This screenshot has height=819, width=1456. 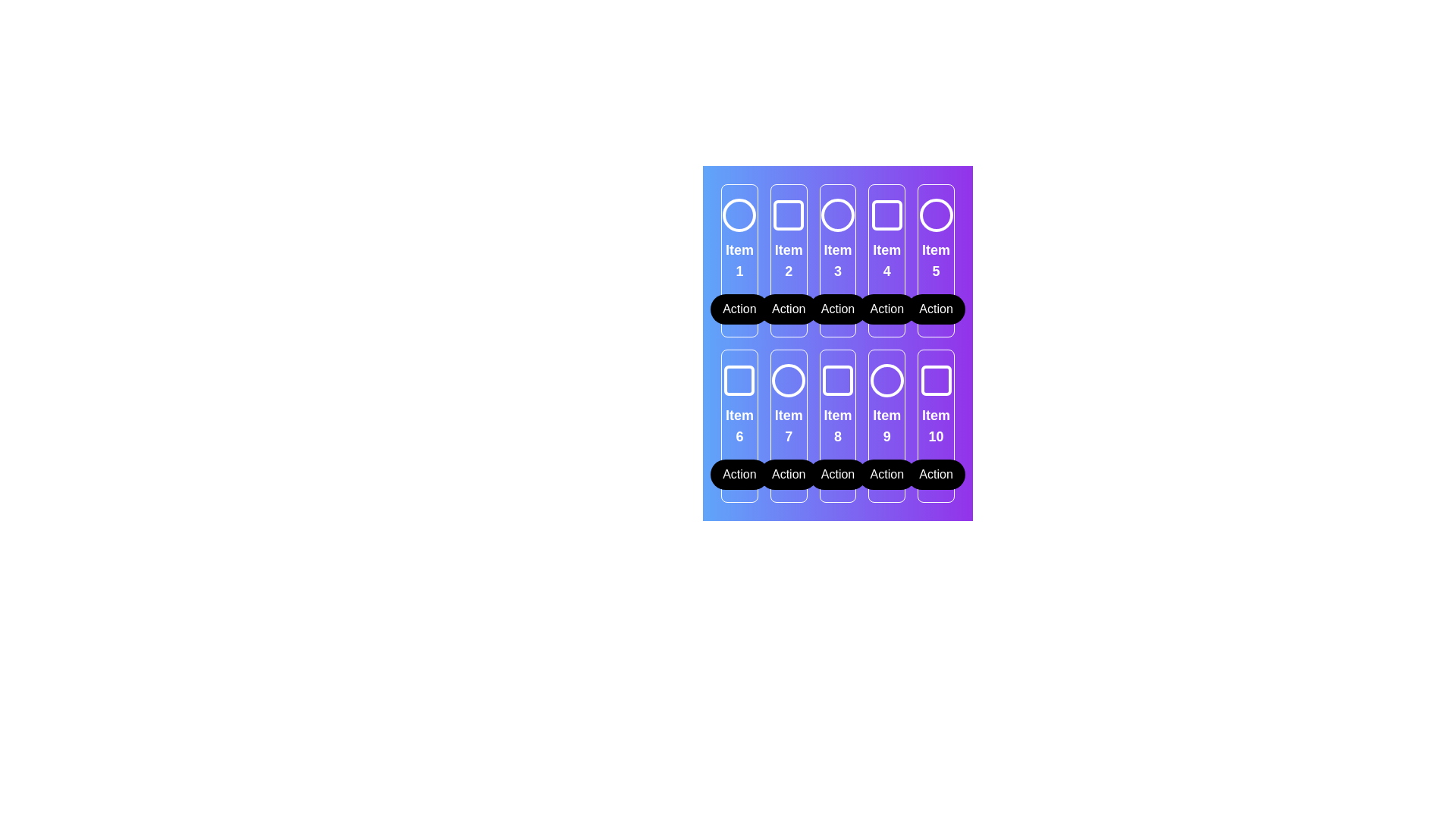 What do you see at coordinates (836, 259) in the screenshot?
I see `the non-interactive Text Label located in the first row and third column of the grid layout, which serves as a description for the corresponding item` at bounding box center [836, 259].